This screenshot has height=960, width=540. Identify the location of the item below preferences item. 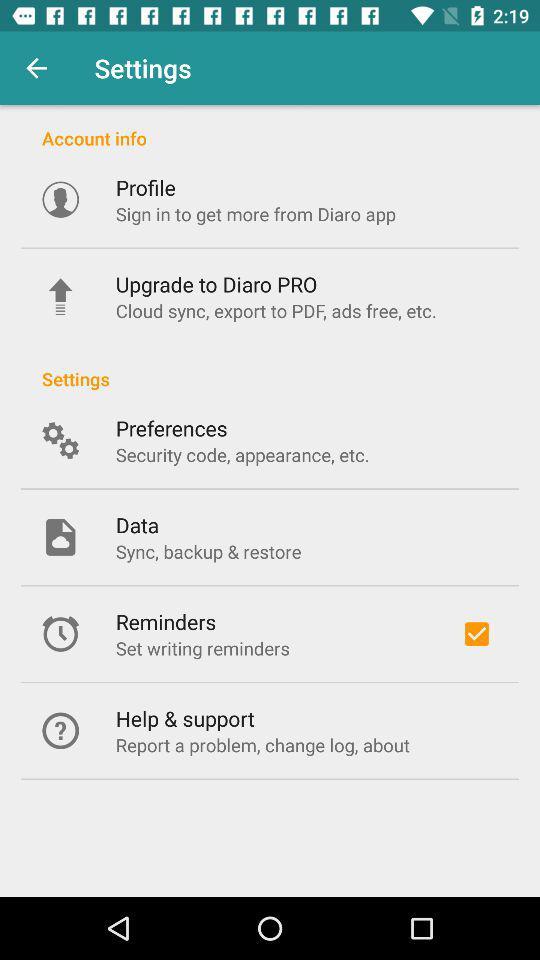
(242, 454).